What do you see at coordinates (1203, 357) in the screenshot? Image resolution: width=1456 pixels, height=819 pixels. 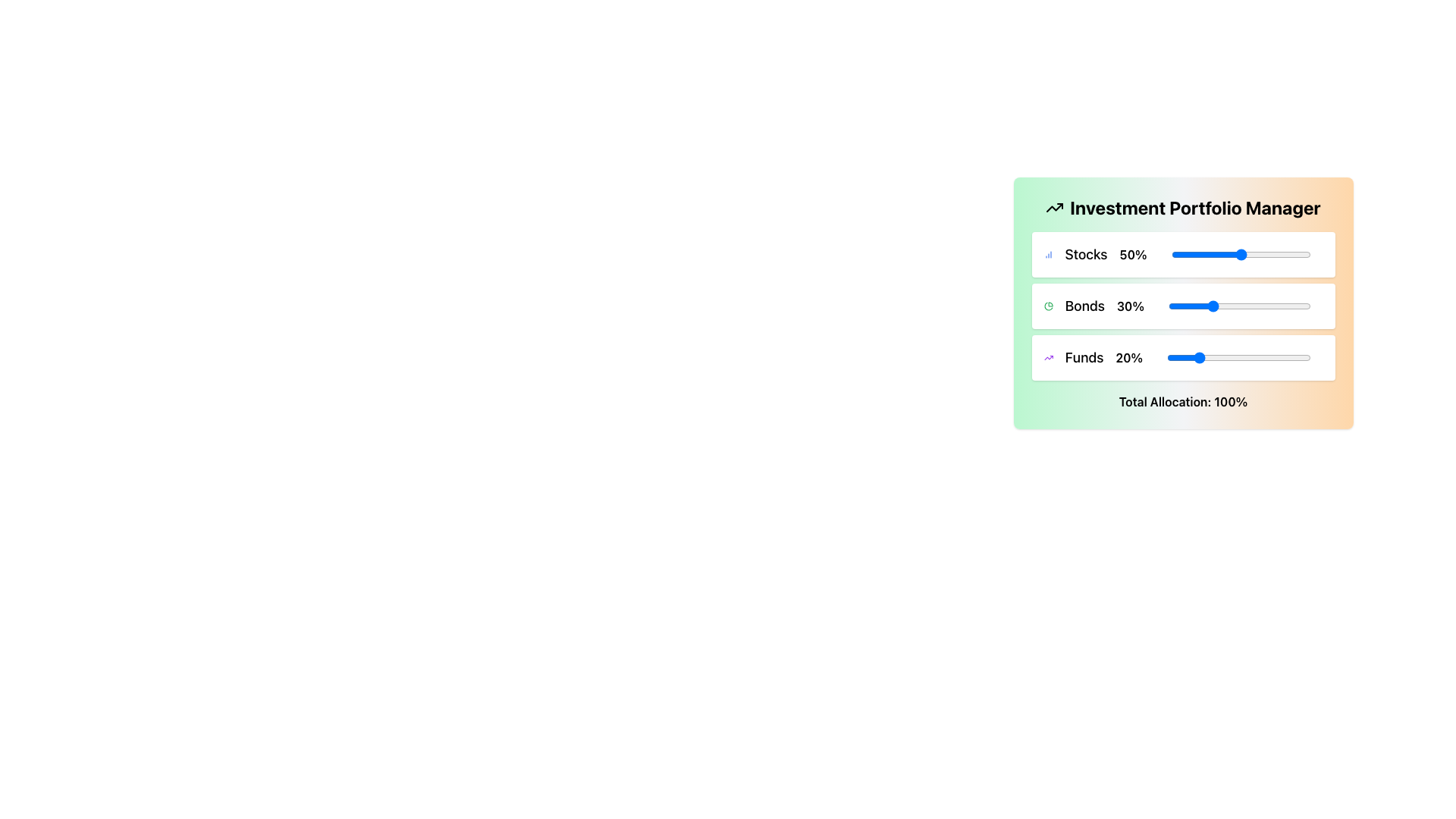 I see `the 'Funds' allocation` at bounding box center [1203, 357].